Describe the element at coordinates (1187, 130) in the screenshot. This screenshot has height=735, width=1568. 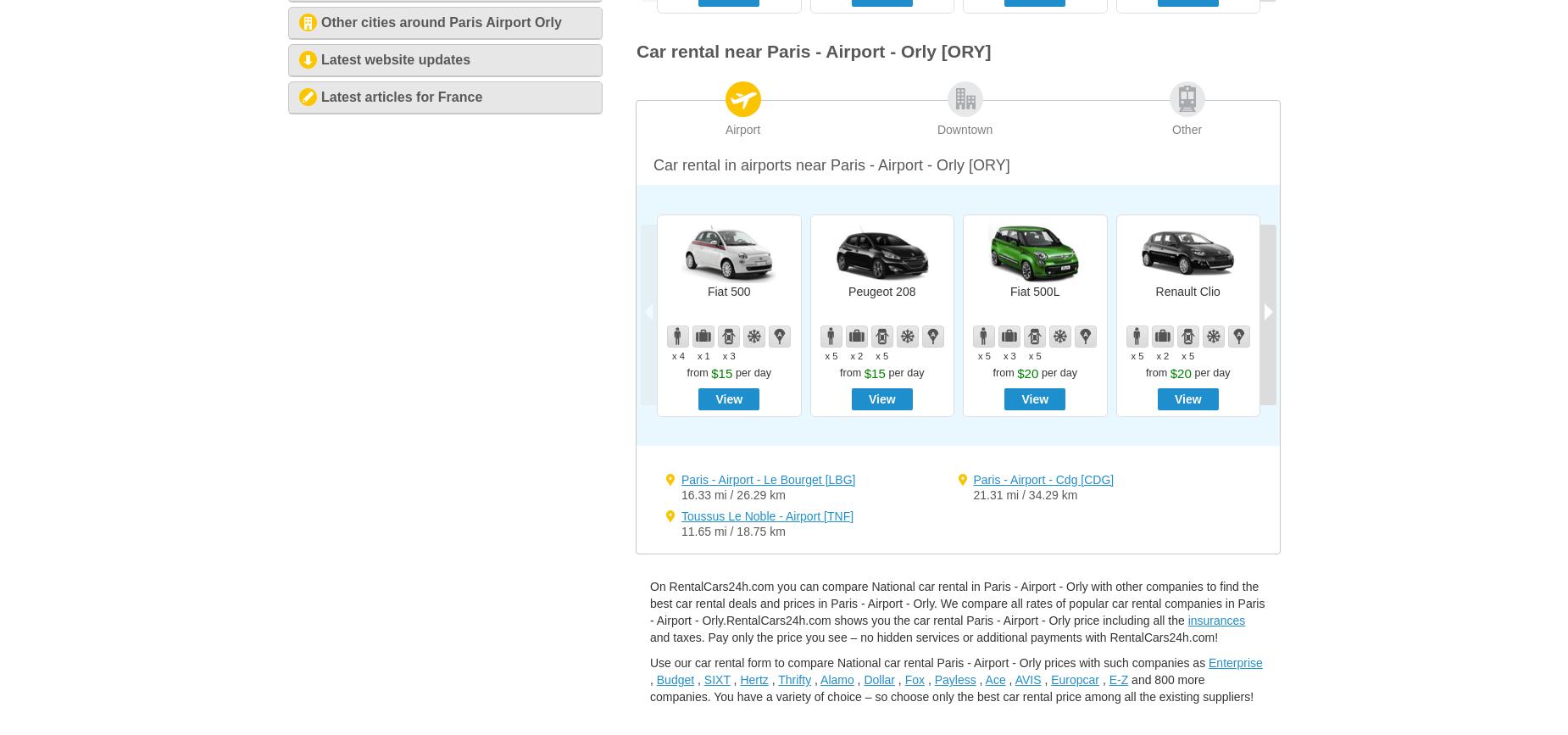
I see `'Other'` at that location.